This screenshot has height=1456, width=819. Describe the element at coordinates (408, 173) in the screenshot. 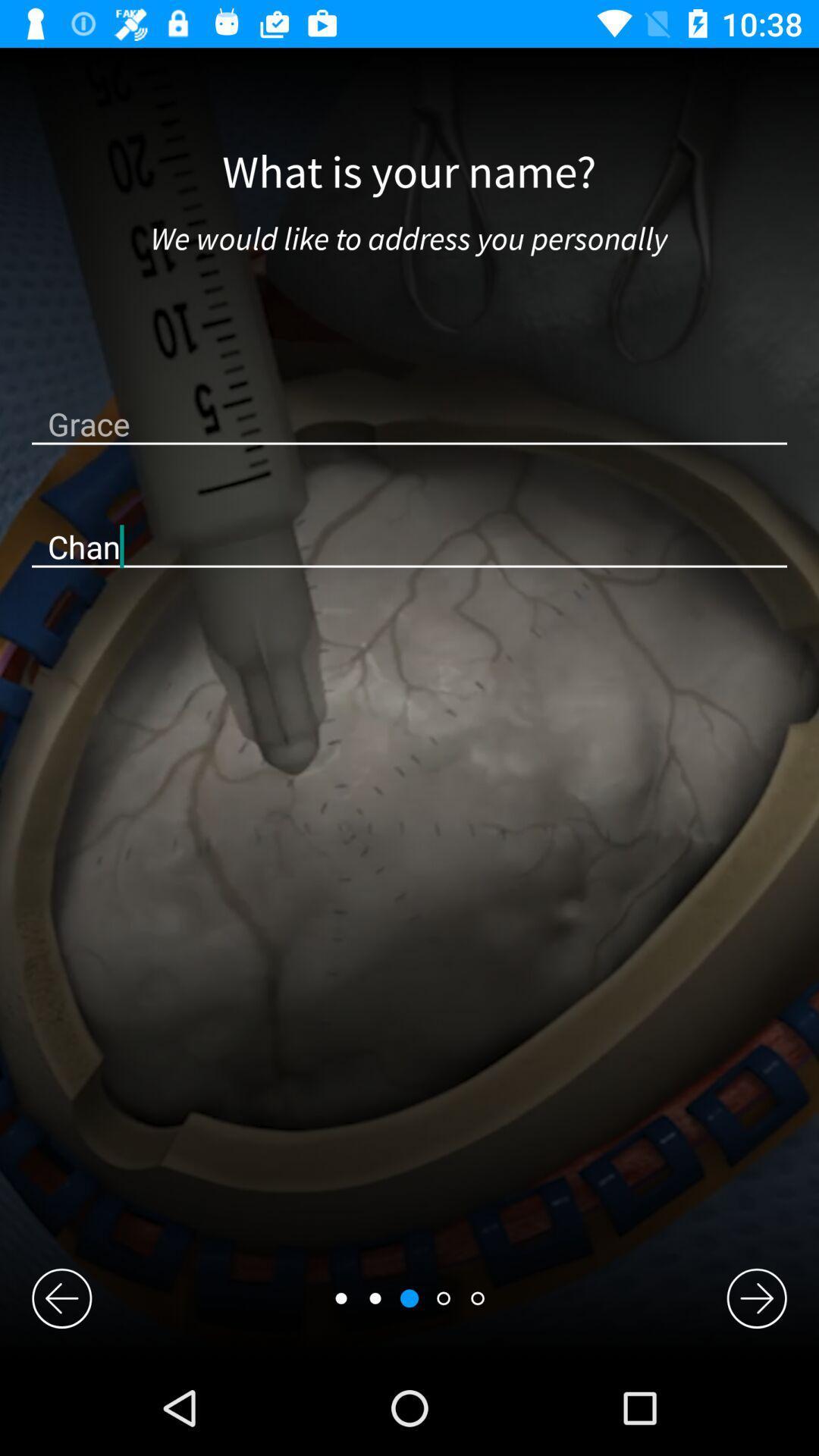

I see `icon above we would like item` at that location.